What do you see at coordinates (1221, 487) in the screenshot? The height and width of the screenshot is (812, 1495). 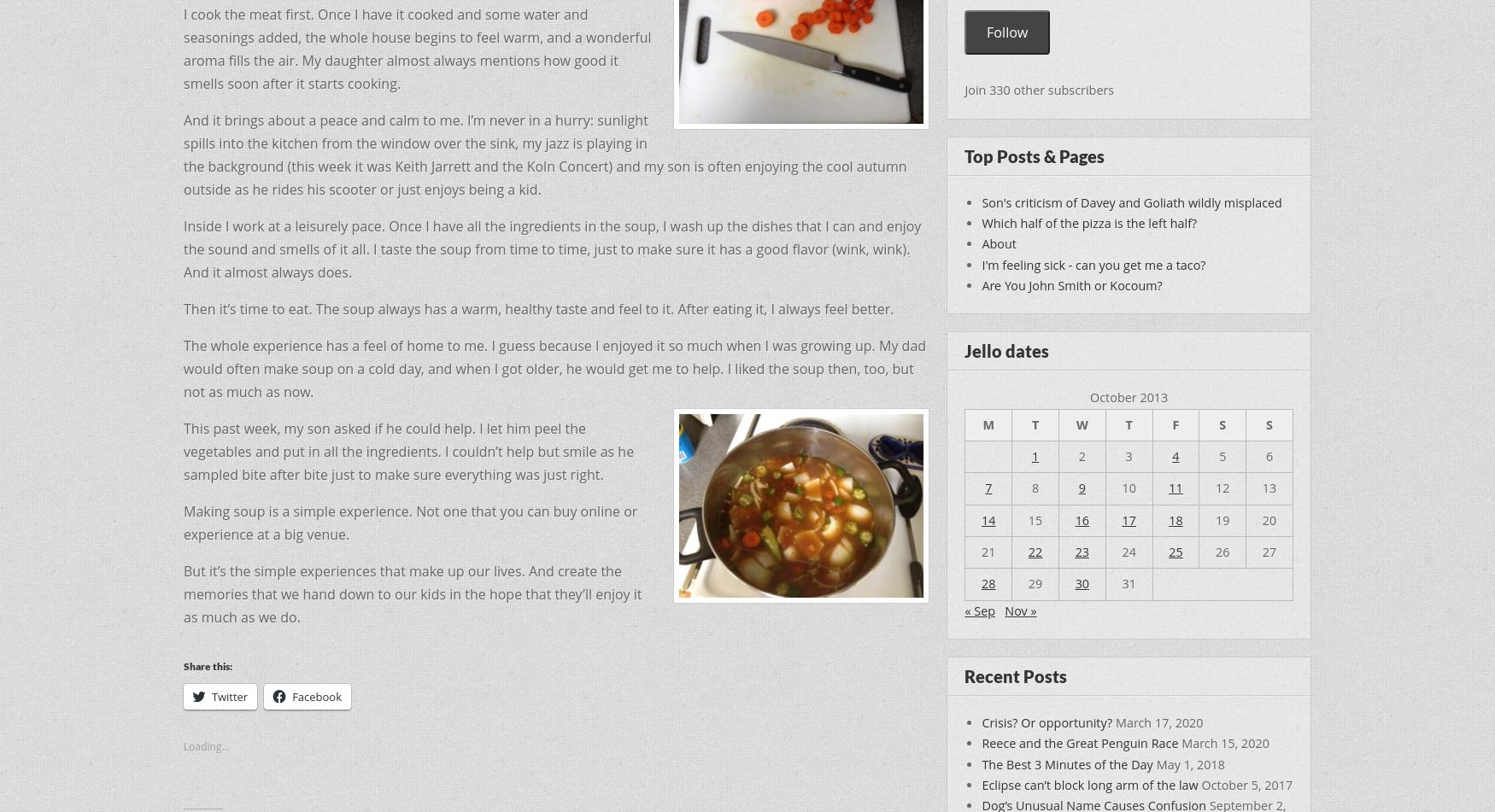 I see `'12'` at bounding box center [1221, 487].